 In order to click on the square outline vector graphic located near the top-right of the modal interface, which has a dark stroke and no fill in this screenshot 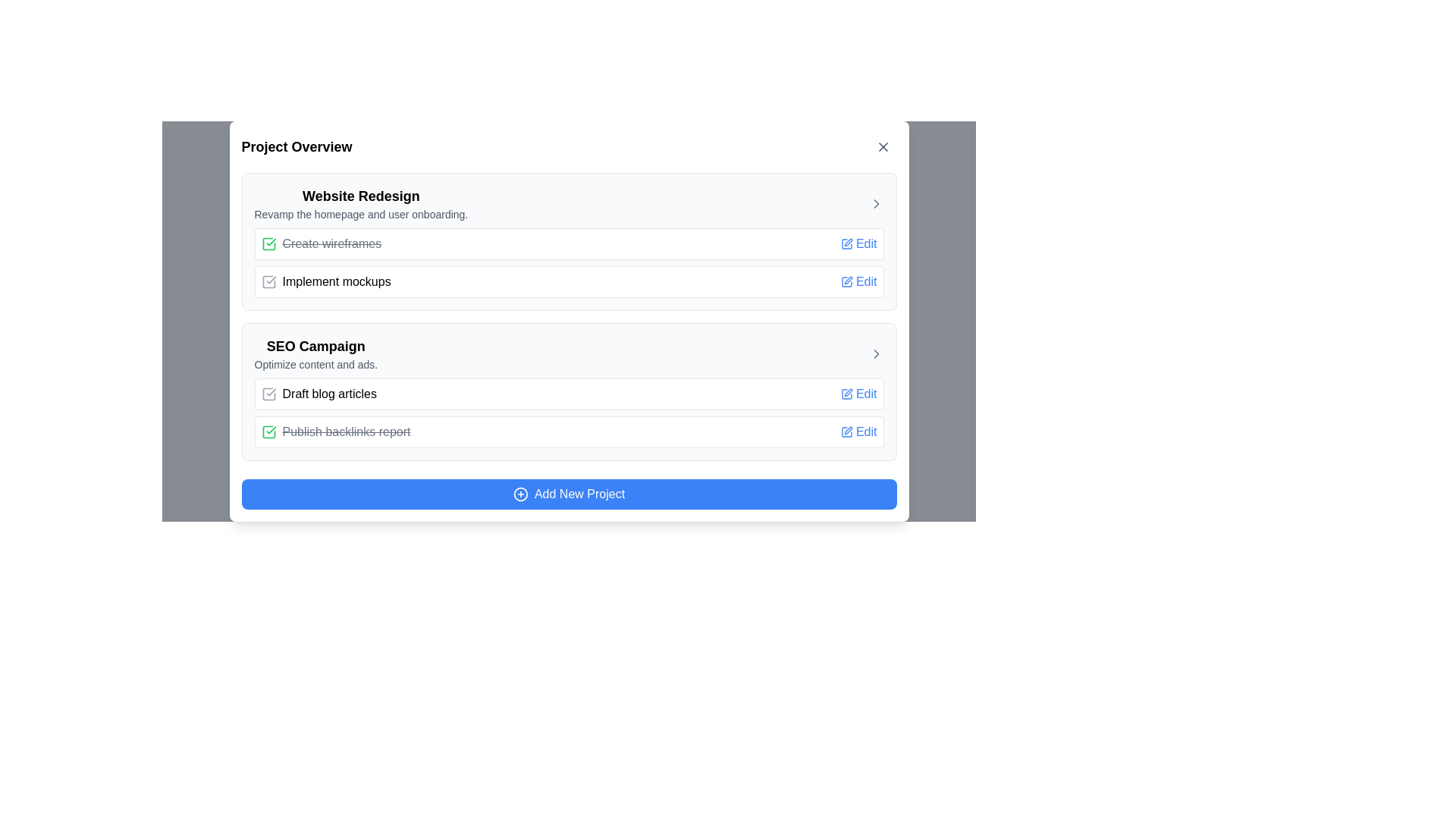, I will do `click(846, 281)`.